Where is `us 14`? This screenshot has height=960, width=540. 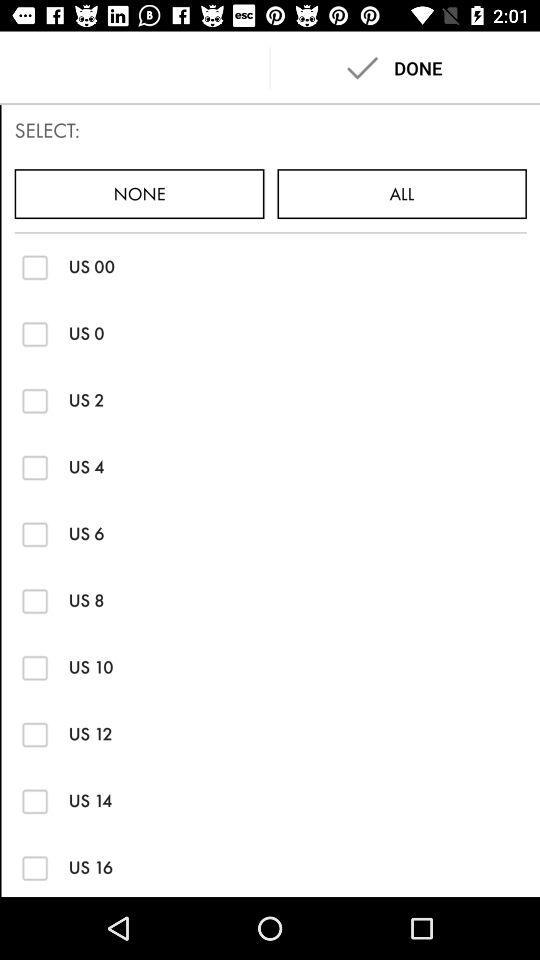 us 14 is located at coordinates (35, 801).